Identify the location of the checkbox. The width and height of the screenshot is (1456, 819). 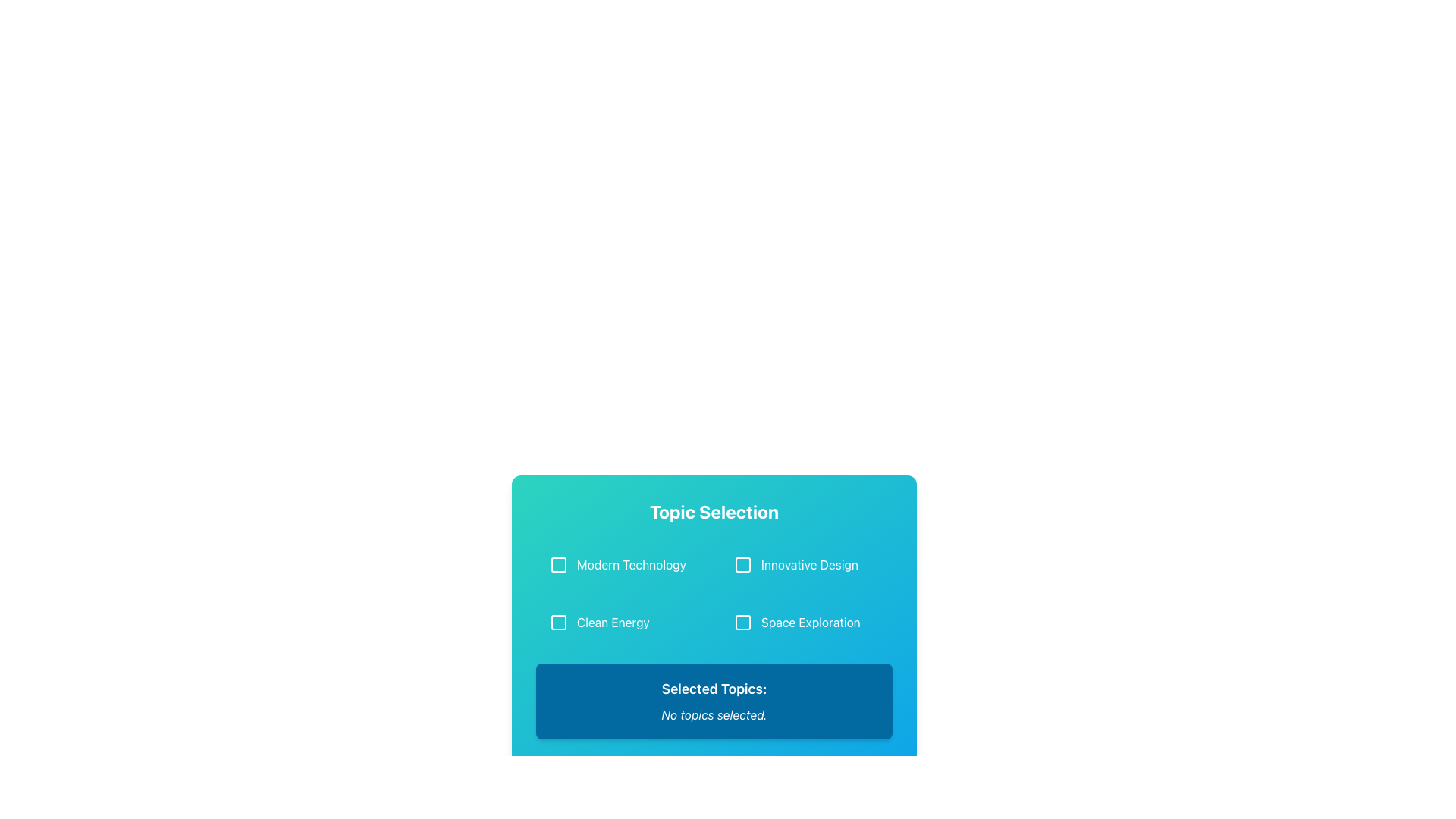
(558, 564).